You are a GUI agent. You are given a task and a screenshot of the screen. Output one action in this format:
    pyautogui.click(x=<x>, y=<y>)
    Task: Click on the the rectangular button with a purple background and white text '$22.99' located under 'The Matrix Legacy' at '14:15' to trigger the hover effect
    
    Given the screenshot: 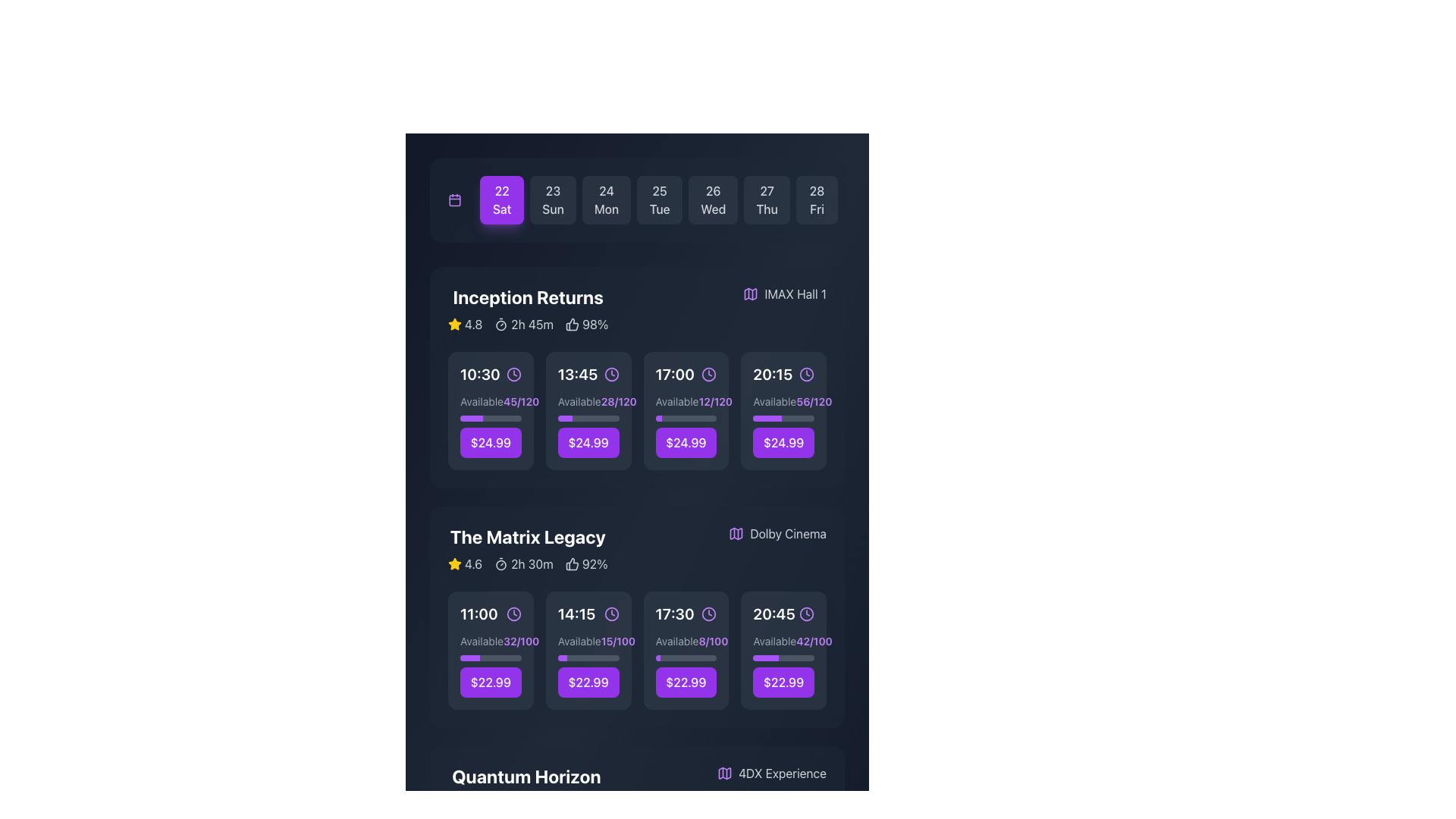 What is the action you would take?
    pyautogui.click(x=588, y=681)
    